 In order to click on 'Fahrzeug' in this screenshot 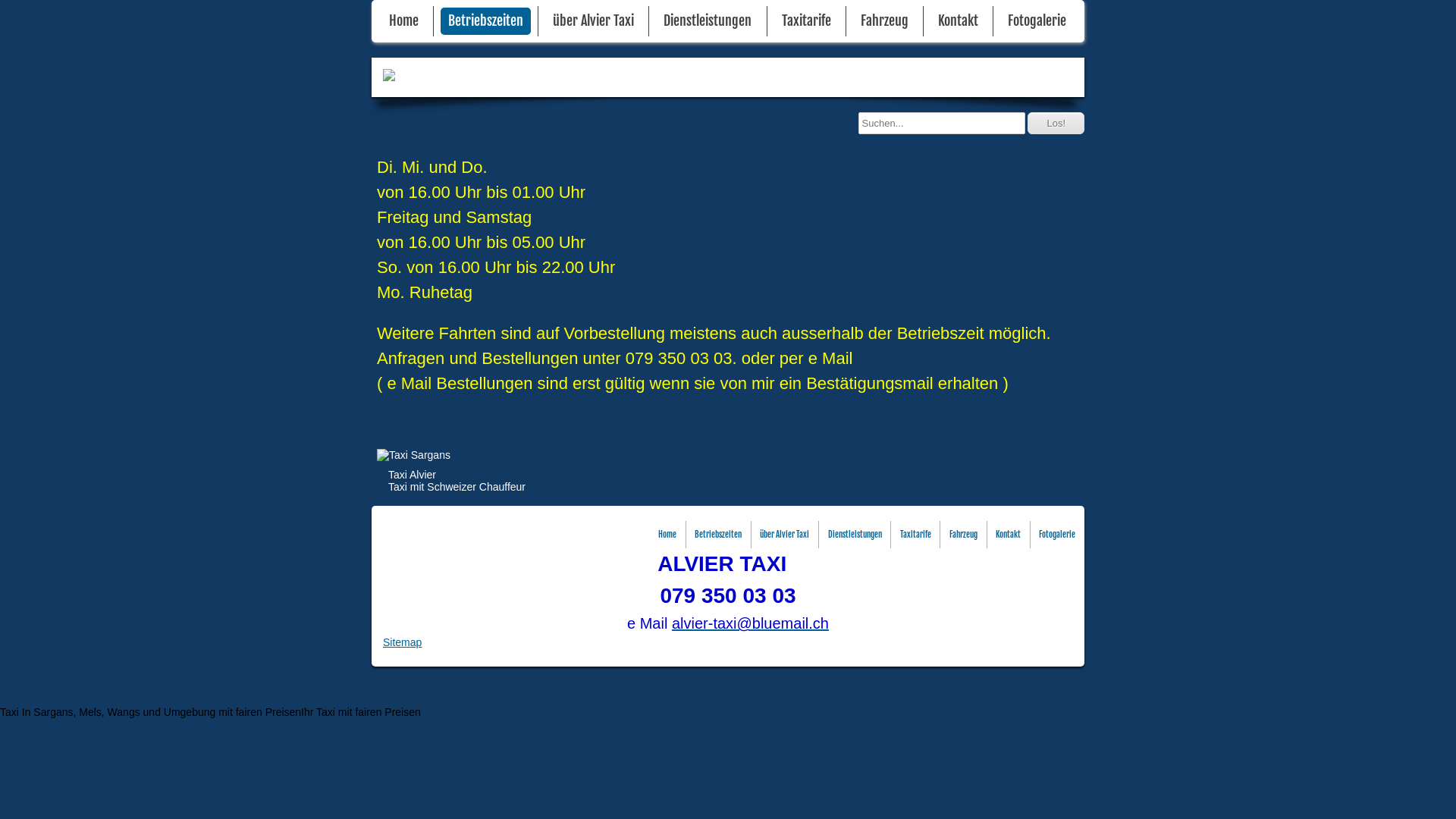, I will do `click(962, 534)`.